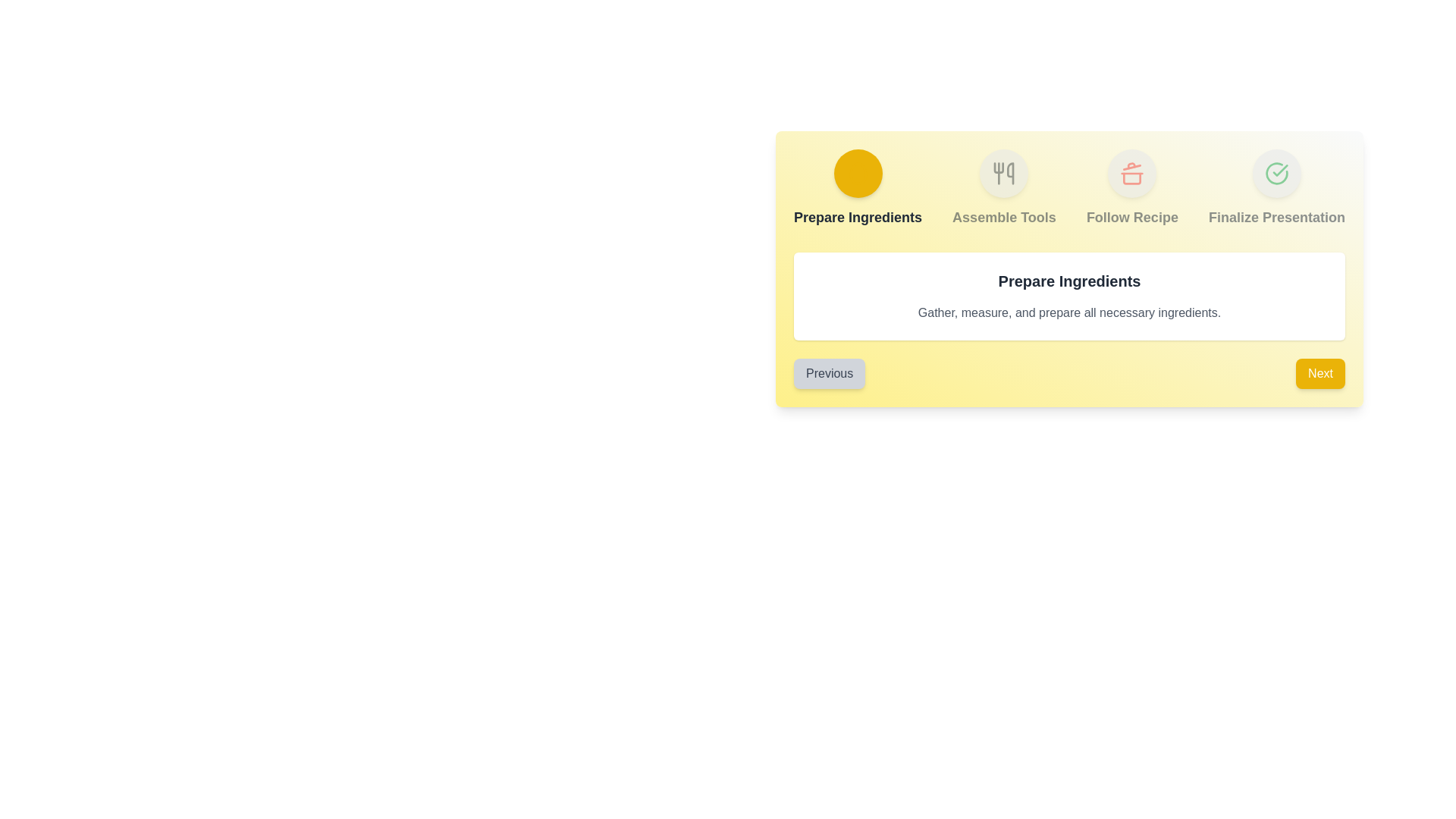 This screenshot has height=819, width=1456. Describe the element at coordinates (1068, 312) in the screenshot. I see `the Text block element that contains the text 'Gather, measure, and prepare all necessary ingredients.' displayed beneath the header 'Prepare Ingredients'` at that location.